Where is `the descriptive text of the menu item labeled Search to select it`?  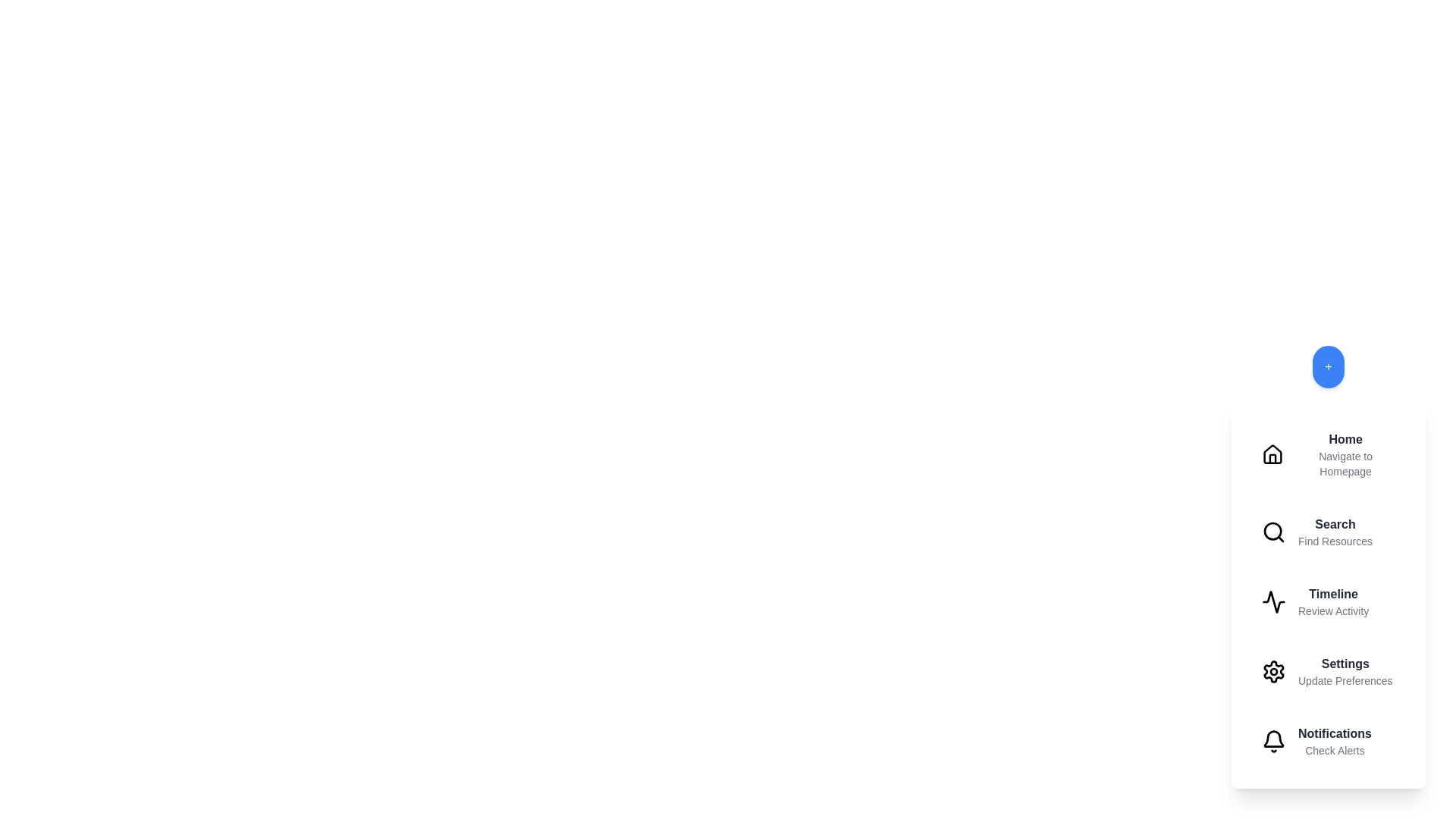
the descriptive text of the menu item labeled Search to select it is located at coordinates (1335, 540).